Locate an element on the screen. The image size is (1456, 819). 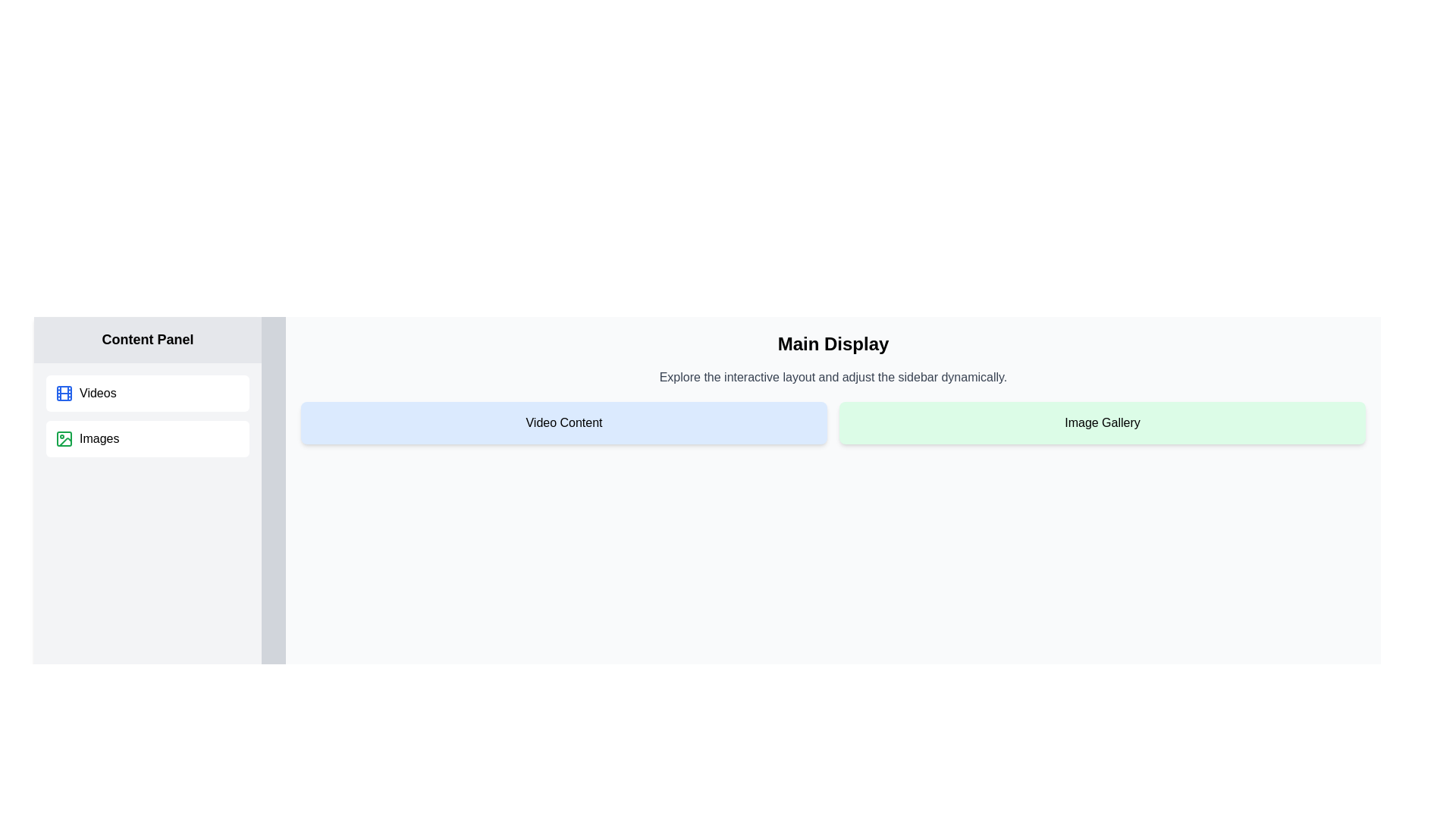
the 'Video Content' label or informational box, which is the leftmost element in the two-column grid layout adjacent to the 'Image Gallery' is located at coordinates (563, 423).